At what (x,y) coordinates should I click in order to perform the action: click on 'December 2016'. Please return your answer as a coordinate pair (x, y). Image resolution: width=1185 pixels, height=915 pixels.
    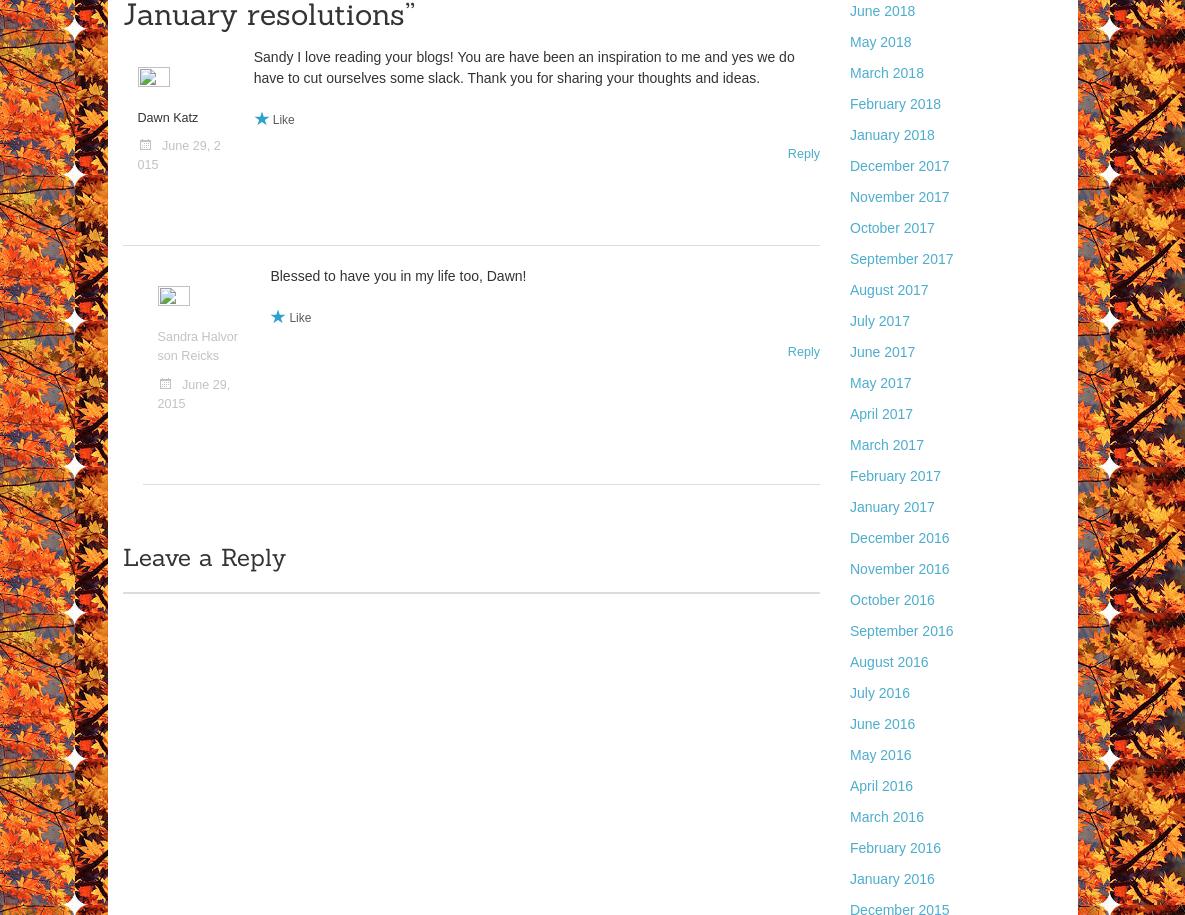
    Looking at the image, I should click on (849, 538).